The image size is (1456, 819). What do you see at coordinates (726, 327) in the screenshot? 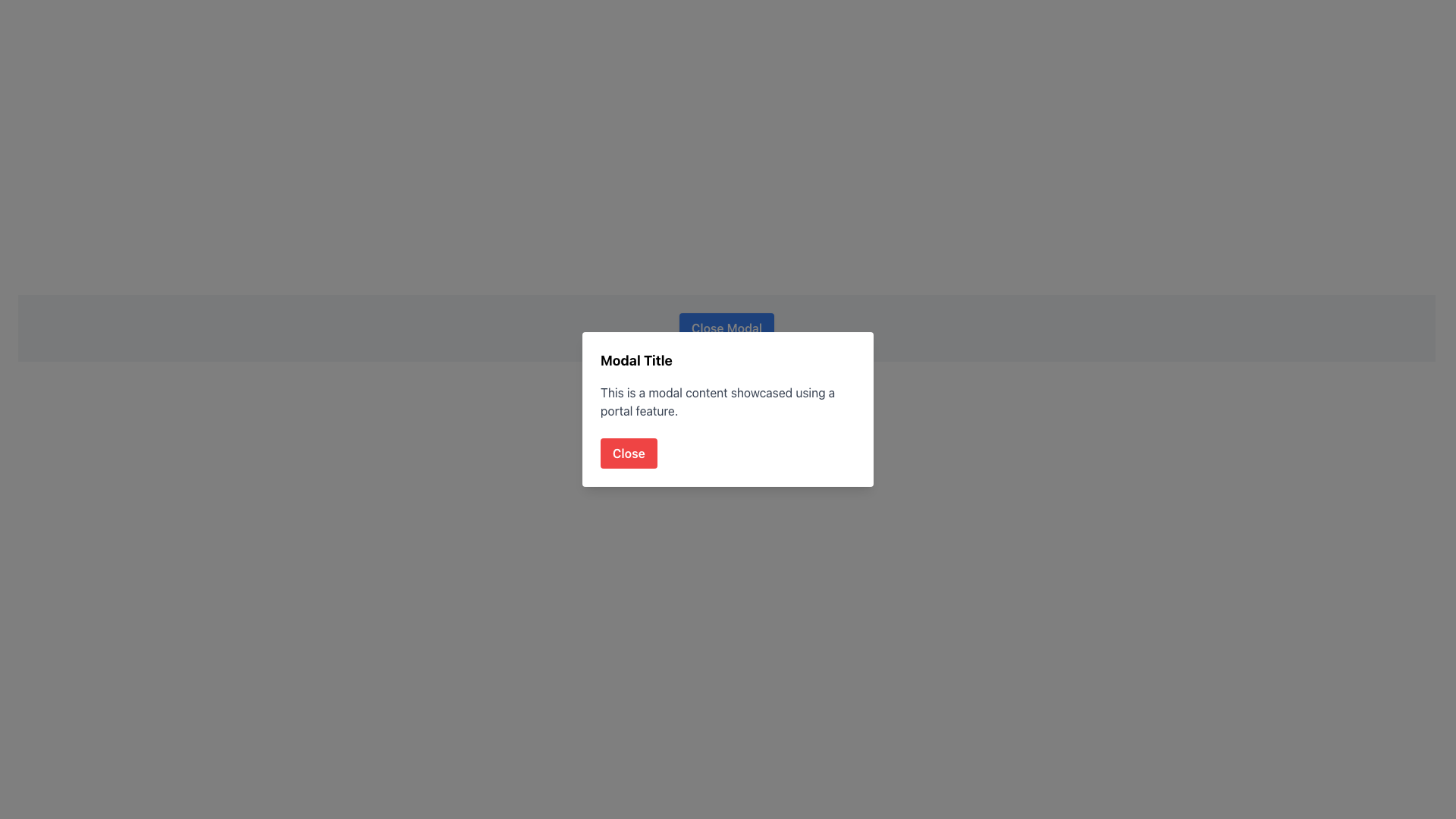
I see `the blue button labeled 'Close Modal'` at bounding box center [726, 327].